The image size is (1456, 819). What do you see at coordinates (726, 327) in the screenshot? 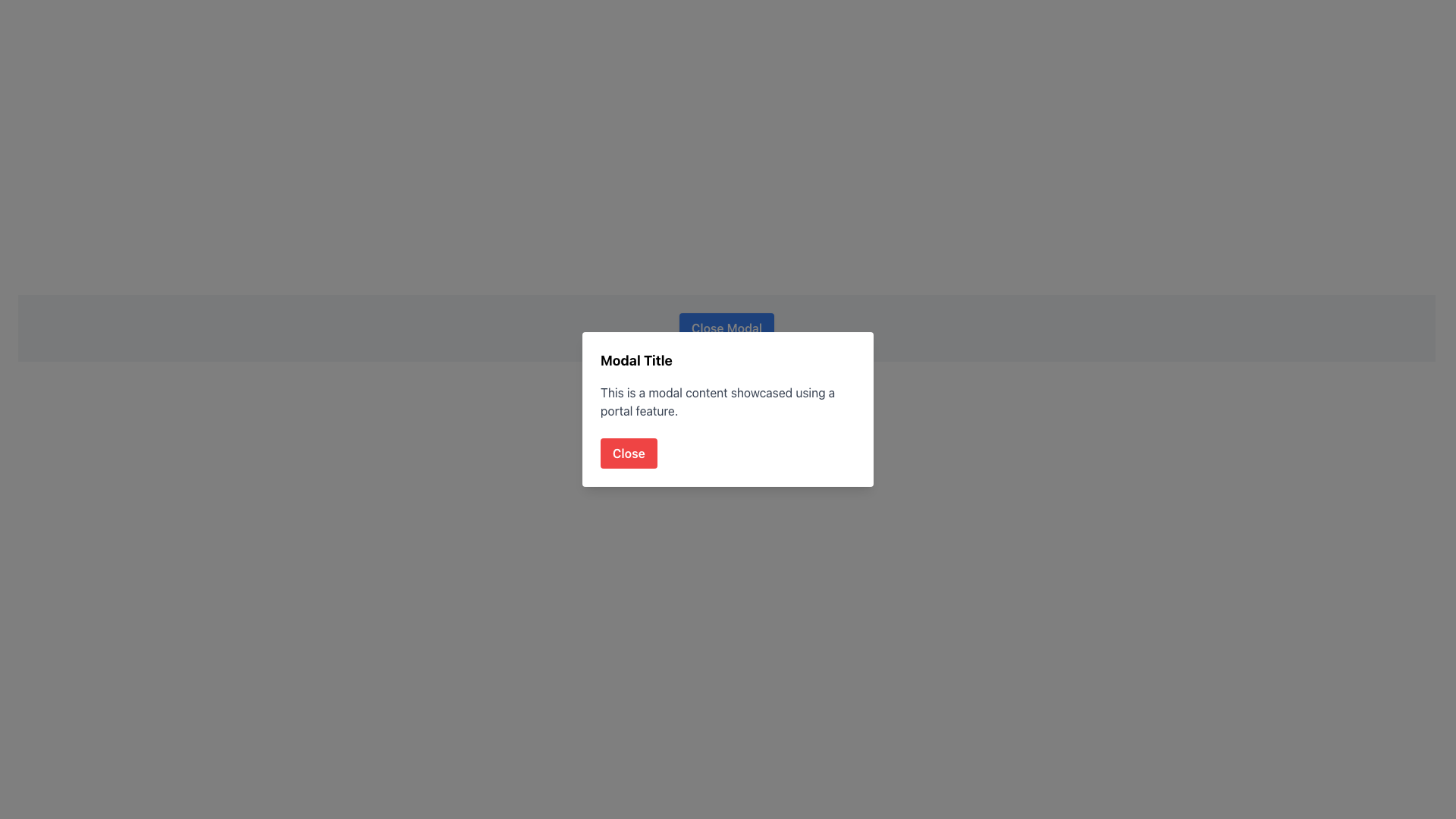
I see `the blue button labeled 'Close Modal'` at bounding box center [726, 327].